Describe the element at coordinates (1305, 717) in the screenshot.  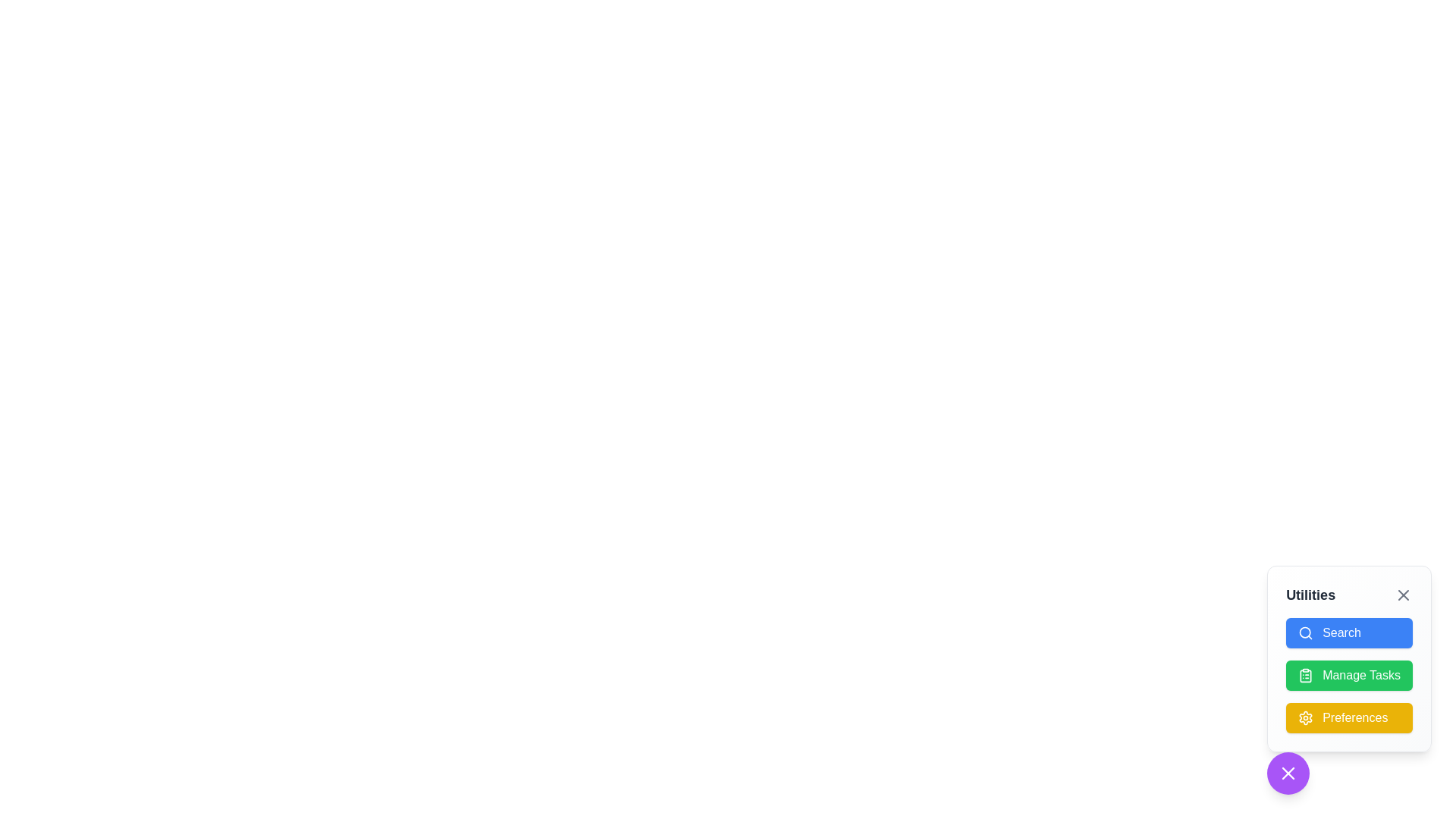
I see `the gear icon with a yellow background, which is positioned` at that location.